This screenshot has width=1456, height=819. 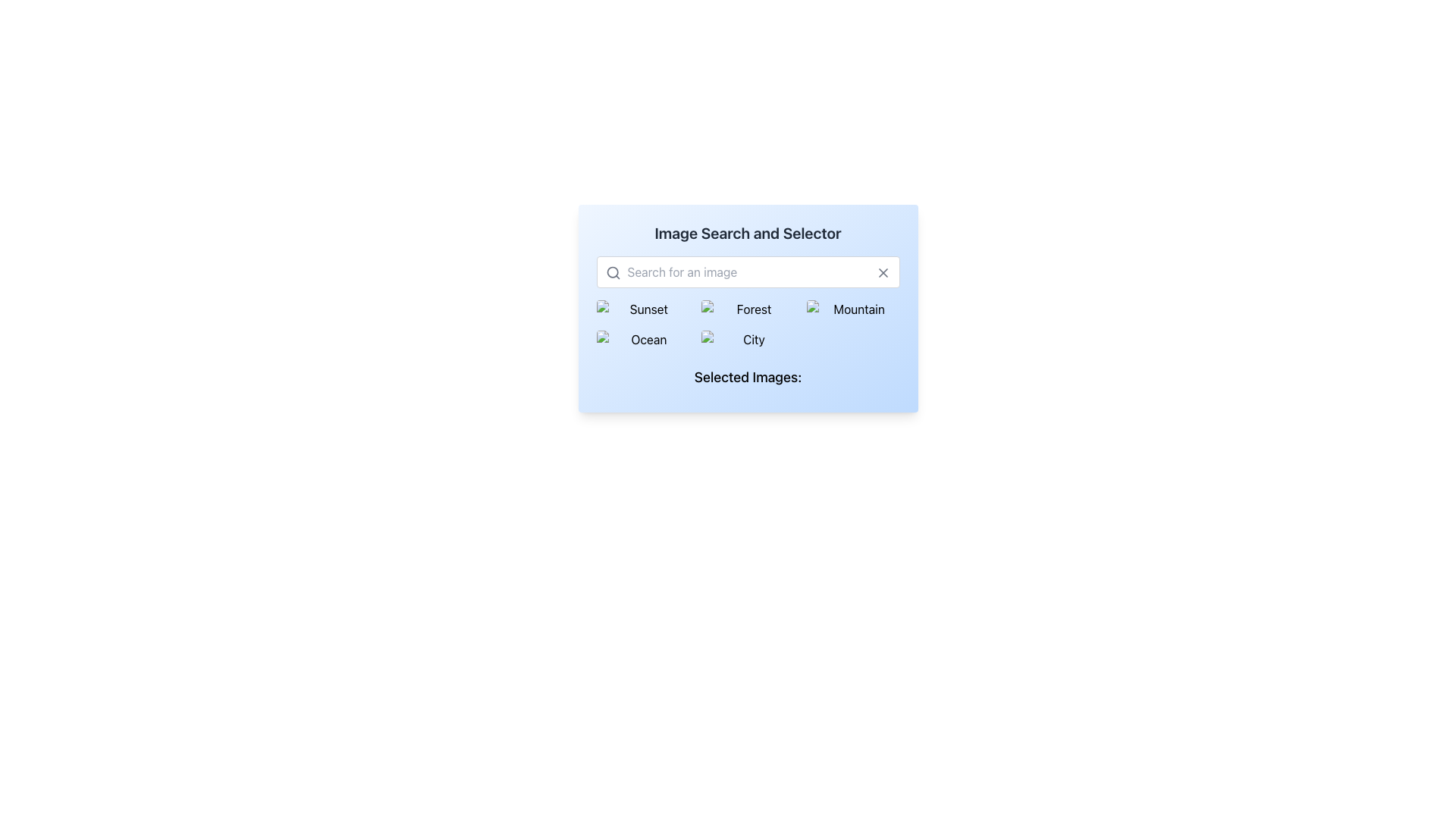 What do you see at coordinates (748, 309) in the screenshot?
I see `the second selectable grid cell labeled 'Forest'` at bounding box center [748, 309].